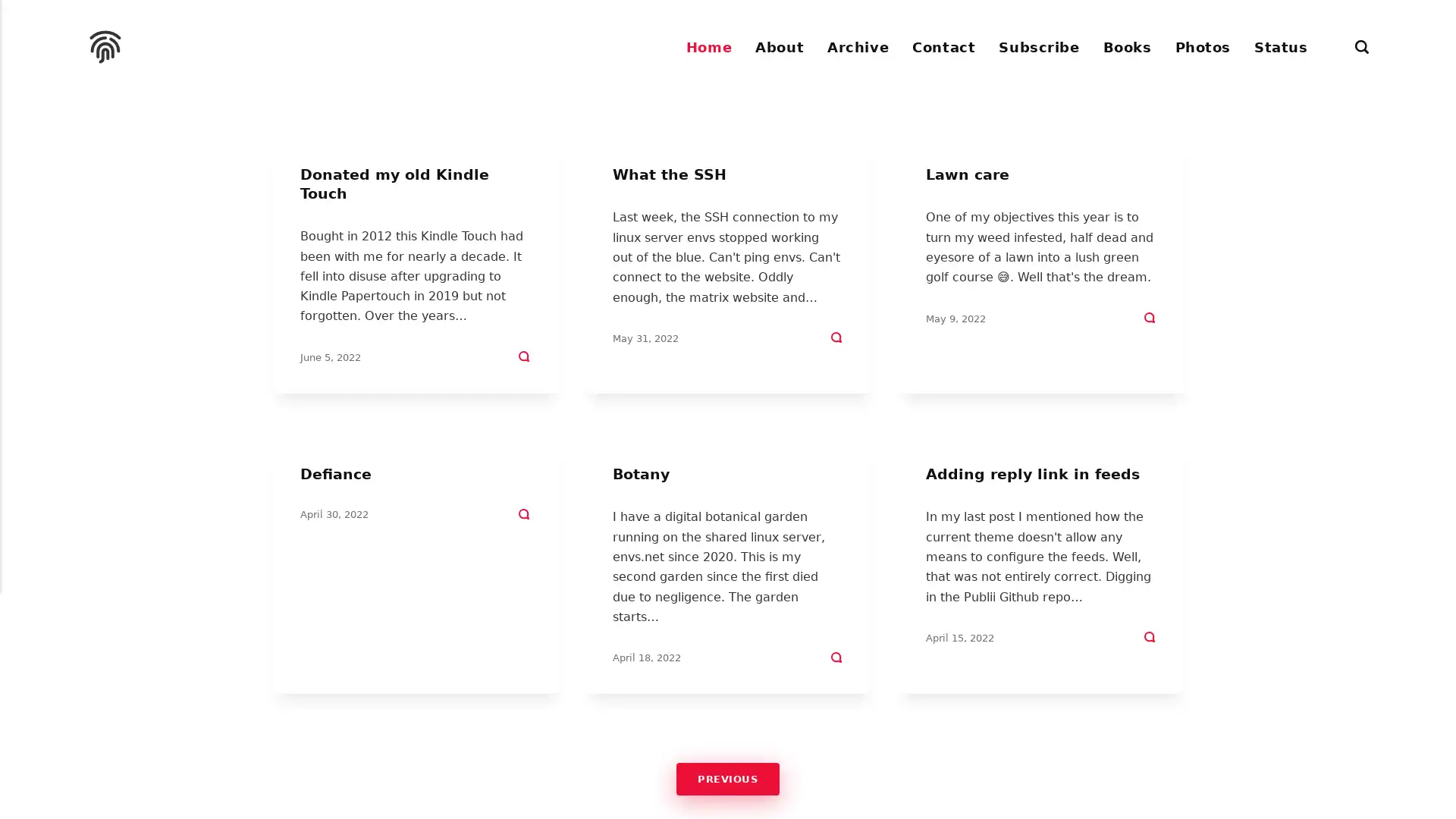 This screenshot has height=819, width=1456. I want to click on Search, so click(1361, 45).